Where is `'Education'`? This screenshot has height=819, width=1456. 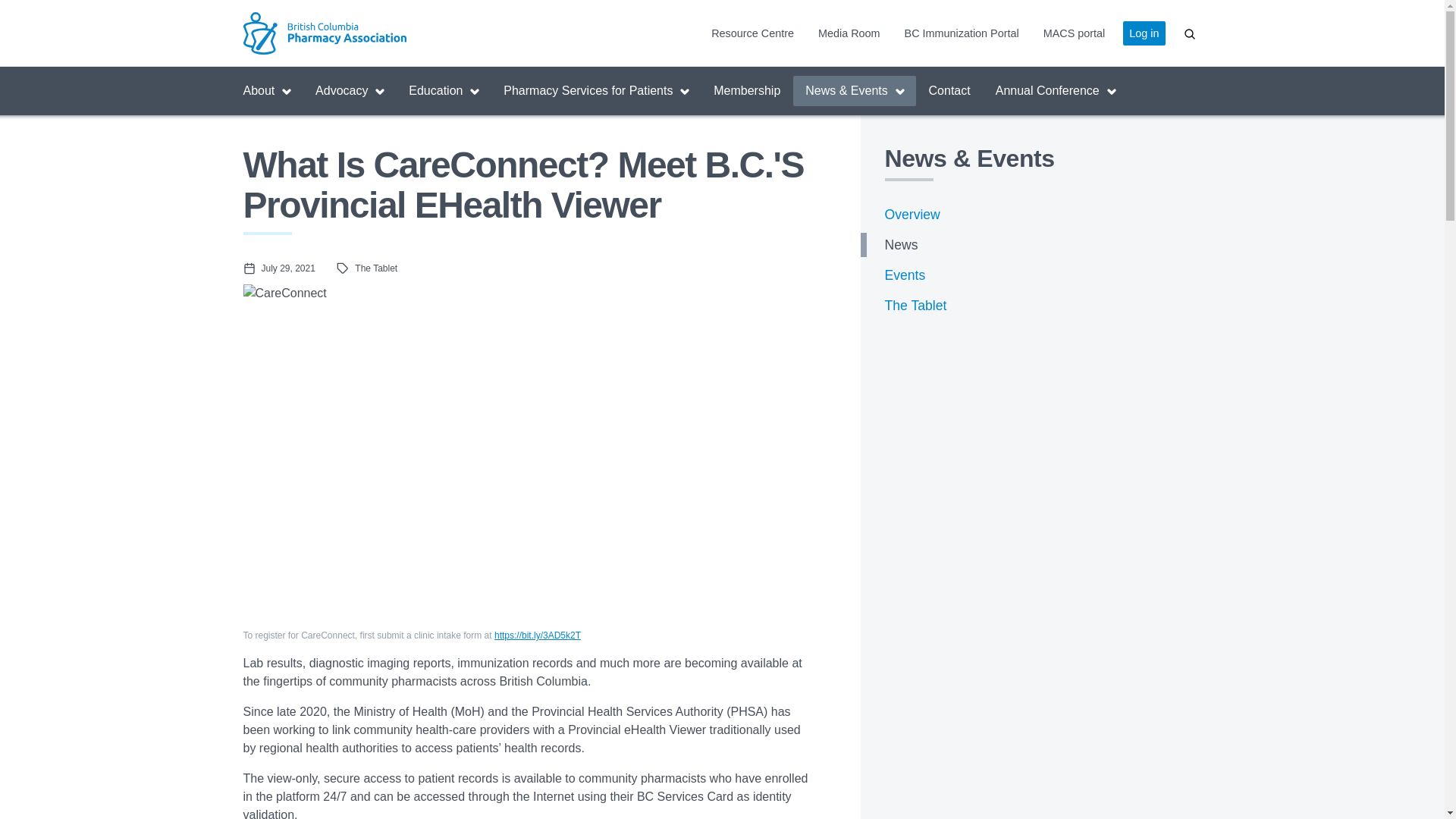 'Education' is located at coordinates (443, 90).